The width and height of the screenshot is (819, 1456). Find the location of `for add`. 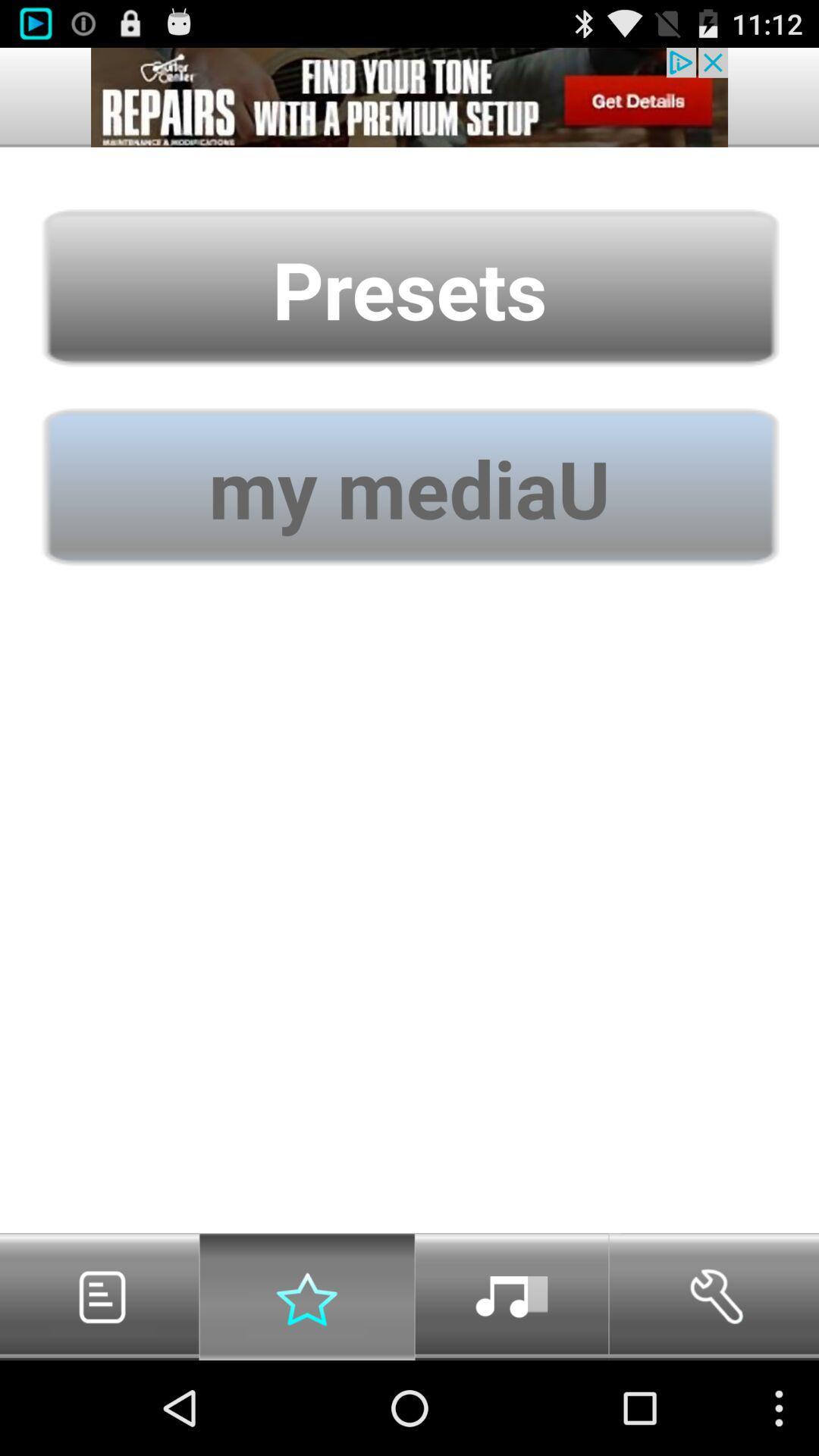

for add is located at coordinates (409, 96).